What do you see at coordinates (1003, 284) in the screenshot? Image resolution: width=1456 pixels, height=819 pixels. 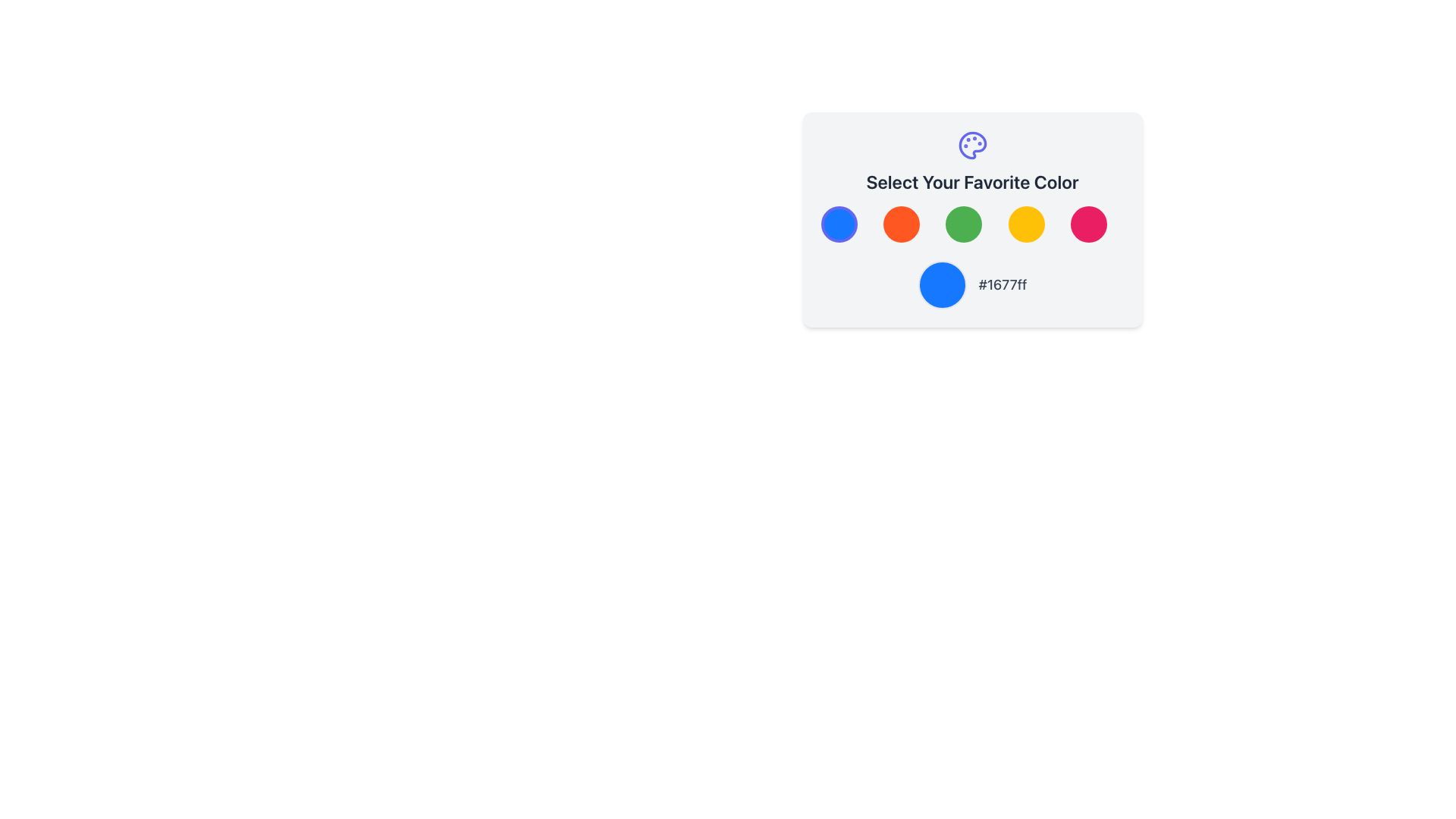 I see `the text label located to the right of the blue circular shape in the card-like interface` at bounding box center [1003, 284].